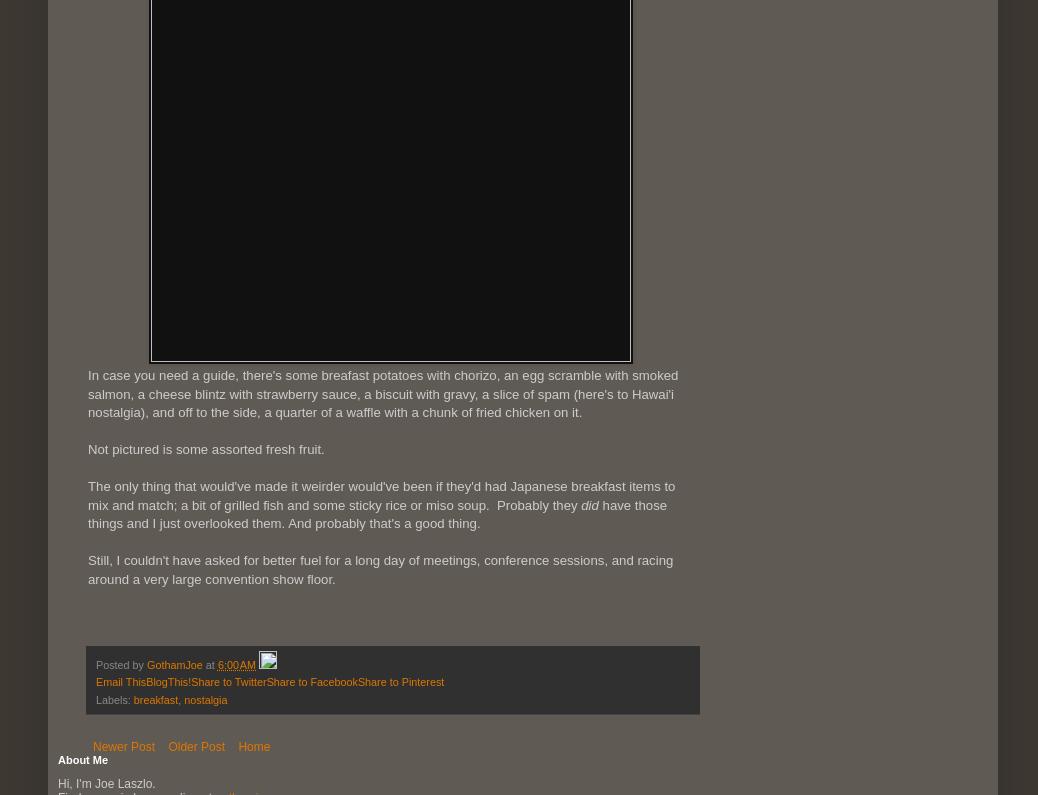 The width and height of the screenshot is (1038, 795). What do you see at coordinates (123, 745) in the screenshot?
I see `'Newer Post'` at bounding box center [123, 745].